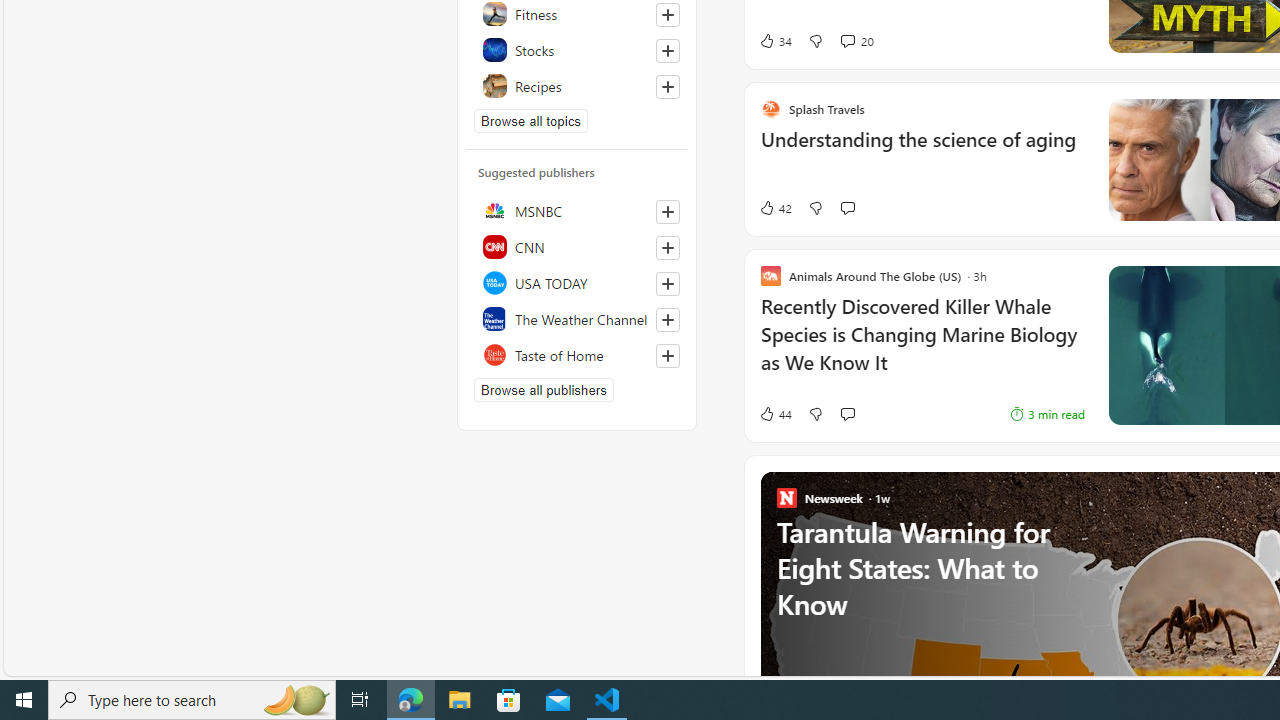  I want to click on 'Follow this source', so click(667, 355).